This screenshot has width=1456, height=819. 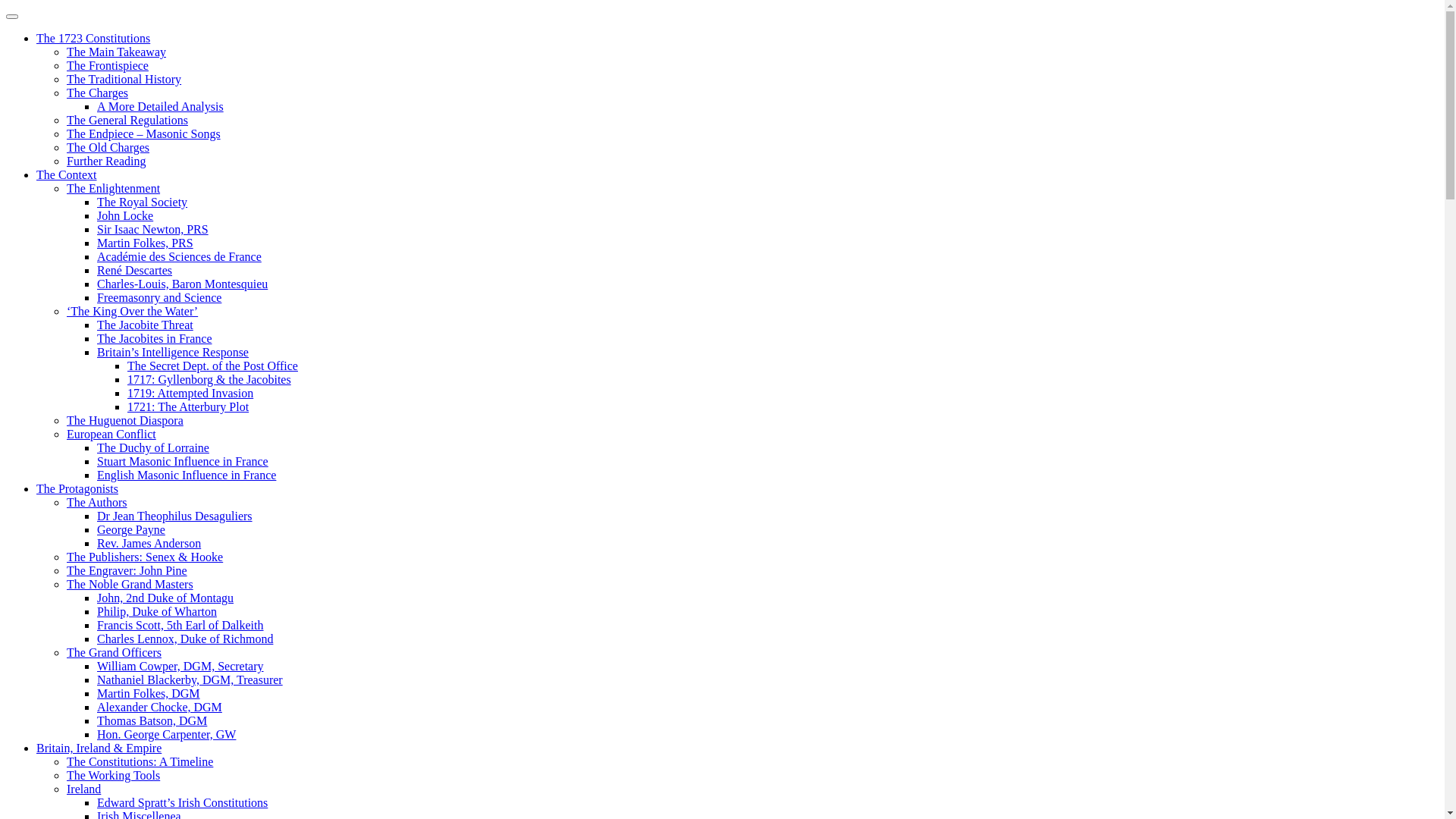 I want to click on 'The Publishers: Senex & Hooke', so click(x=145, y=557).